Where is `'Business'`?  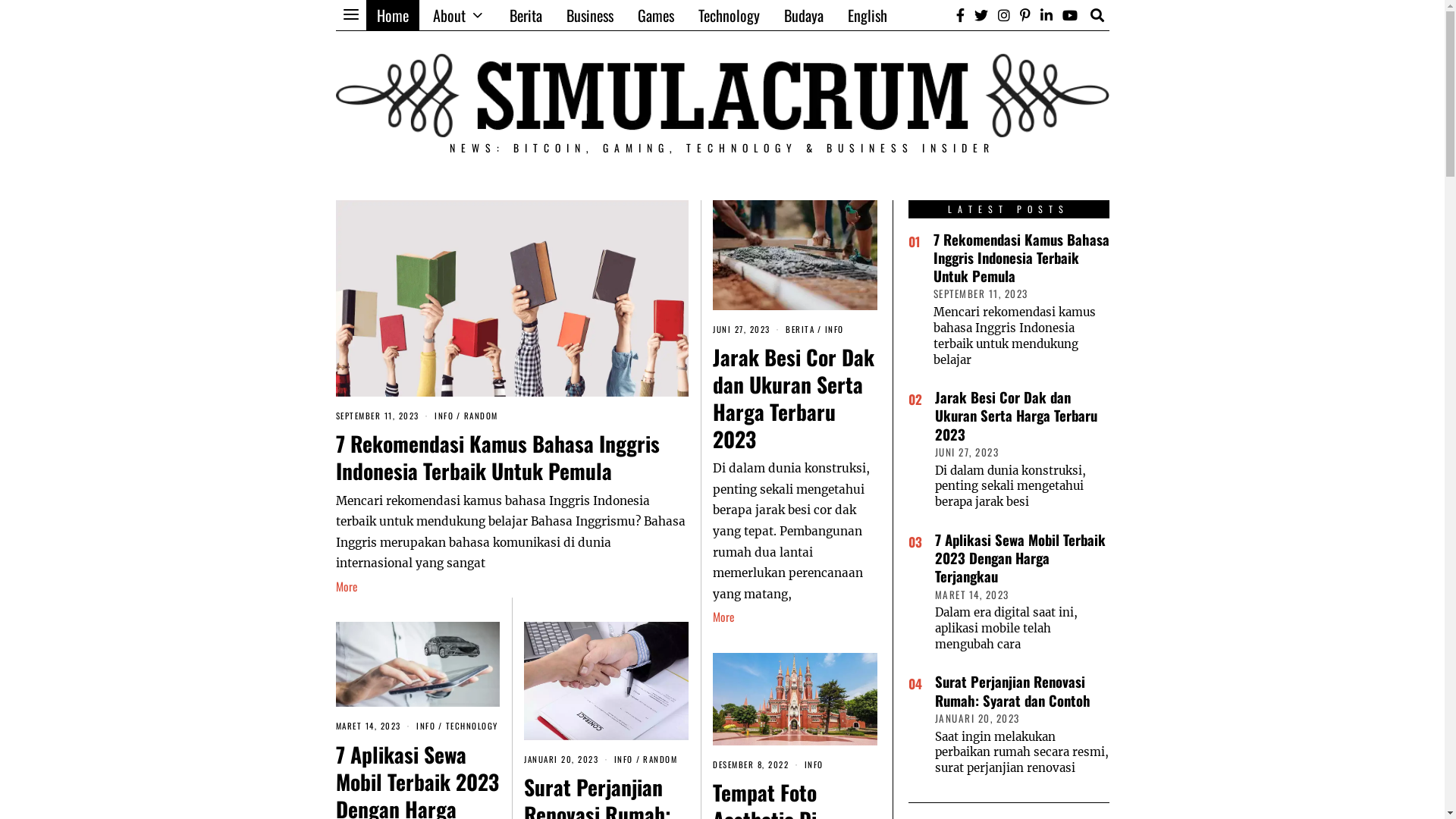 'Business' is located at coordinates (554, 14).